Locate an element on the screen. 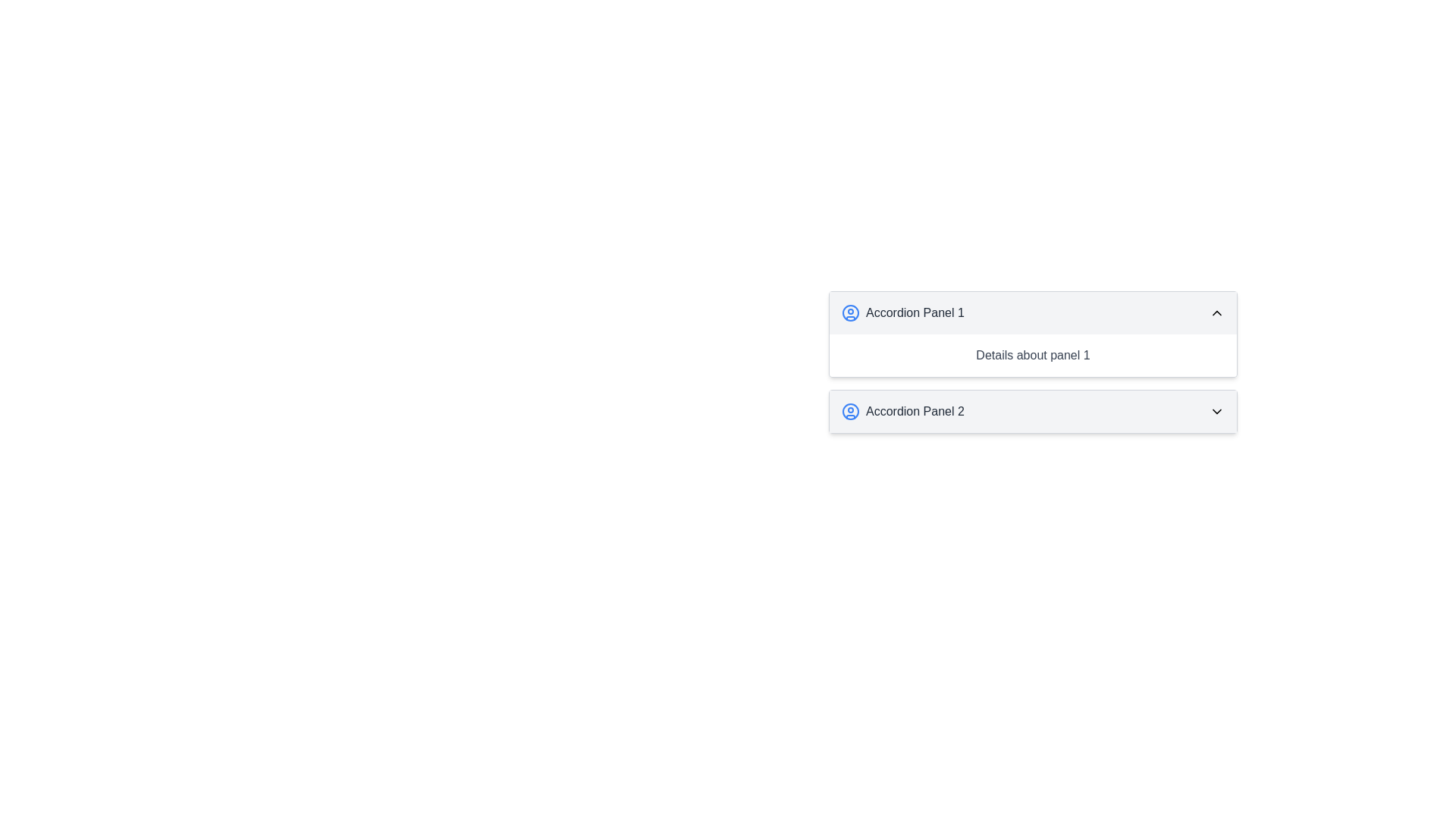 This screenshot has width=1456, height=819. the text label 'Accordion Panel 2' is located at coordinates (902, 412).